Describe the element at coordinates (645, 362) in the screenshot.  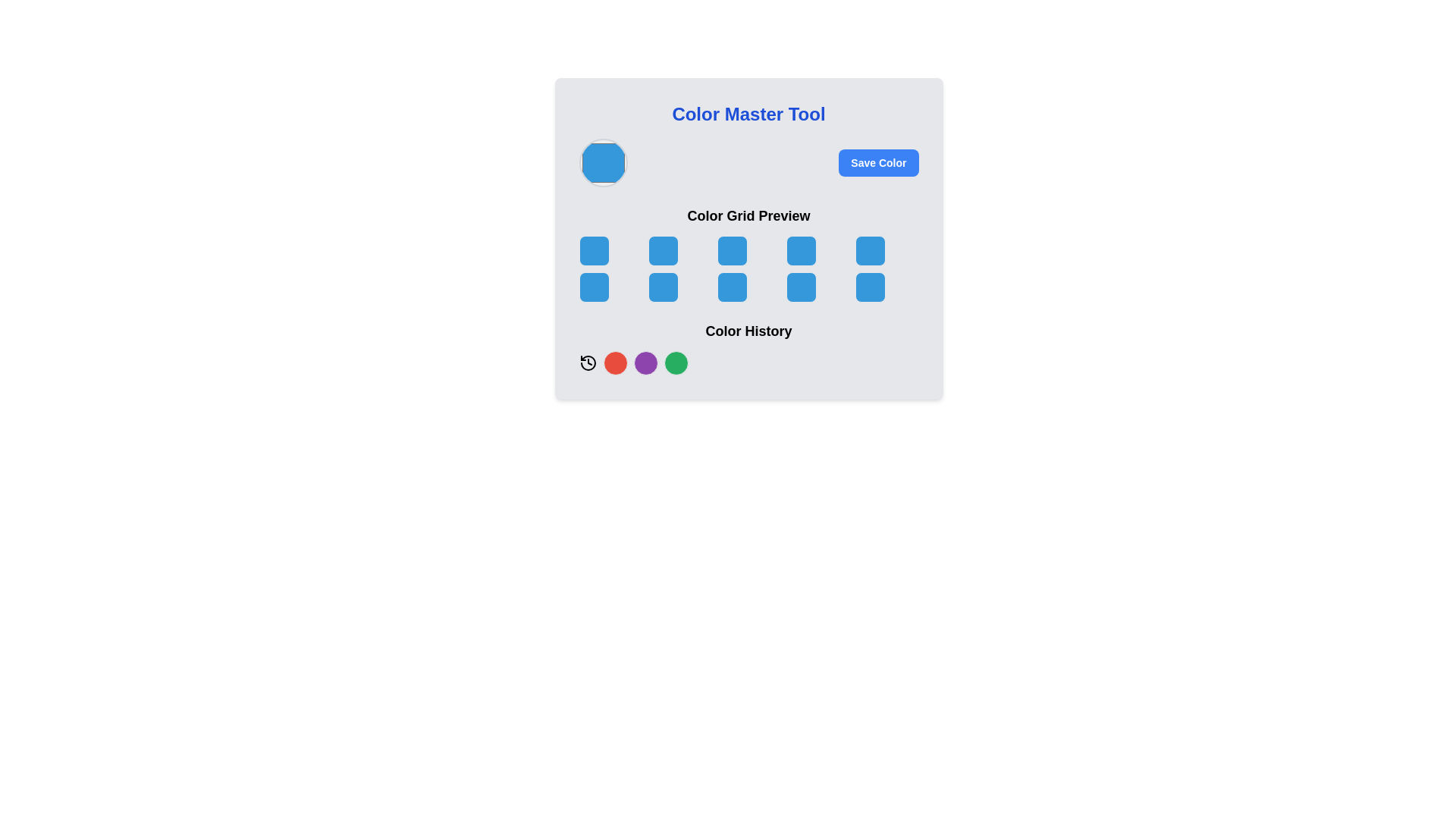
I see `the circular colored indicator representing the color purple, located` at that location.